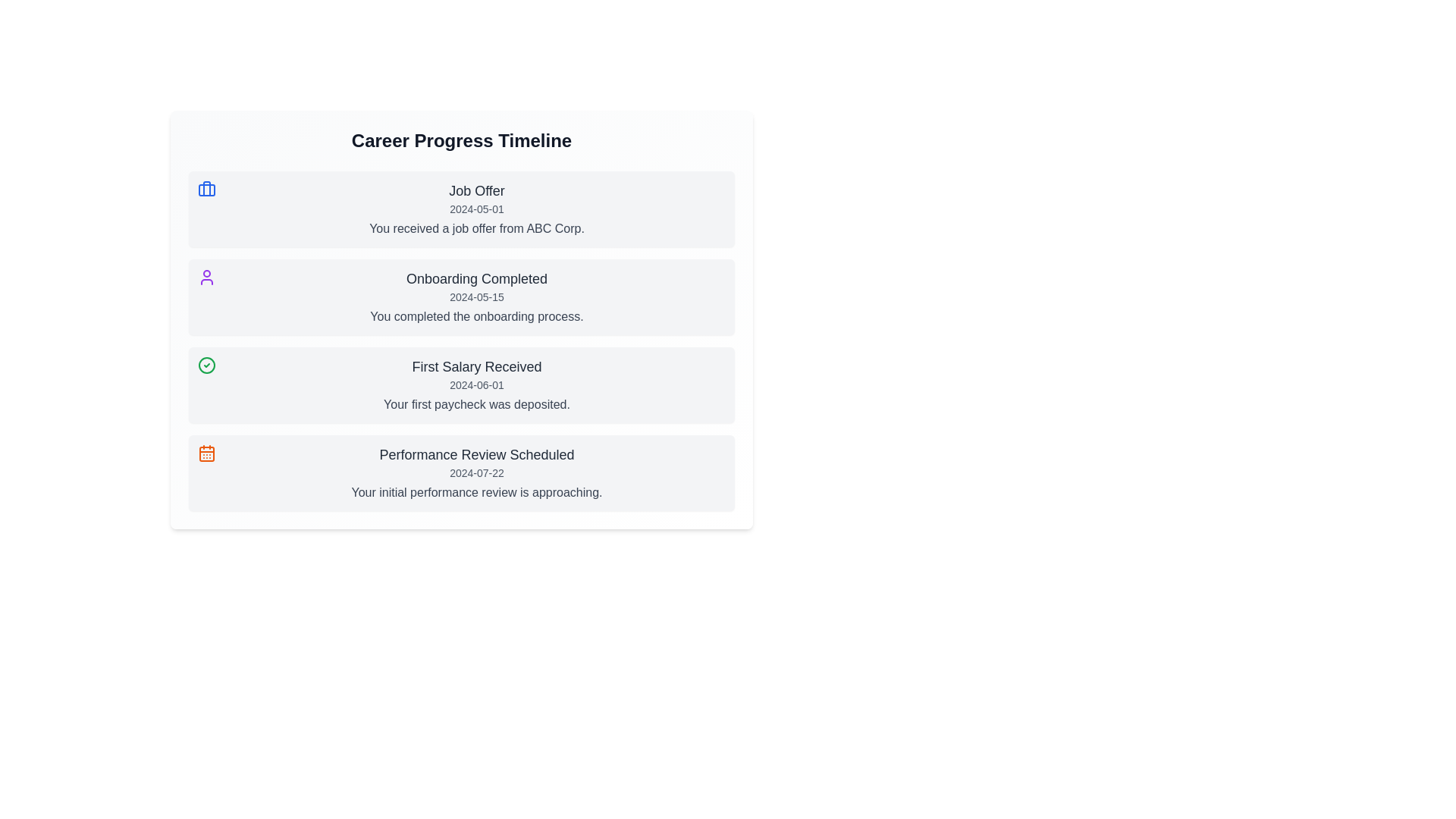 The image size is (1456, 819). Describe the element at coordinates (461, 209) in the screenshot. I see `the first list item in the 'Career Progress Timeline' section, which has a light gray background, a blue icon on the left, and contains the heading 'Job Offer'` at that location.